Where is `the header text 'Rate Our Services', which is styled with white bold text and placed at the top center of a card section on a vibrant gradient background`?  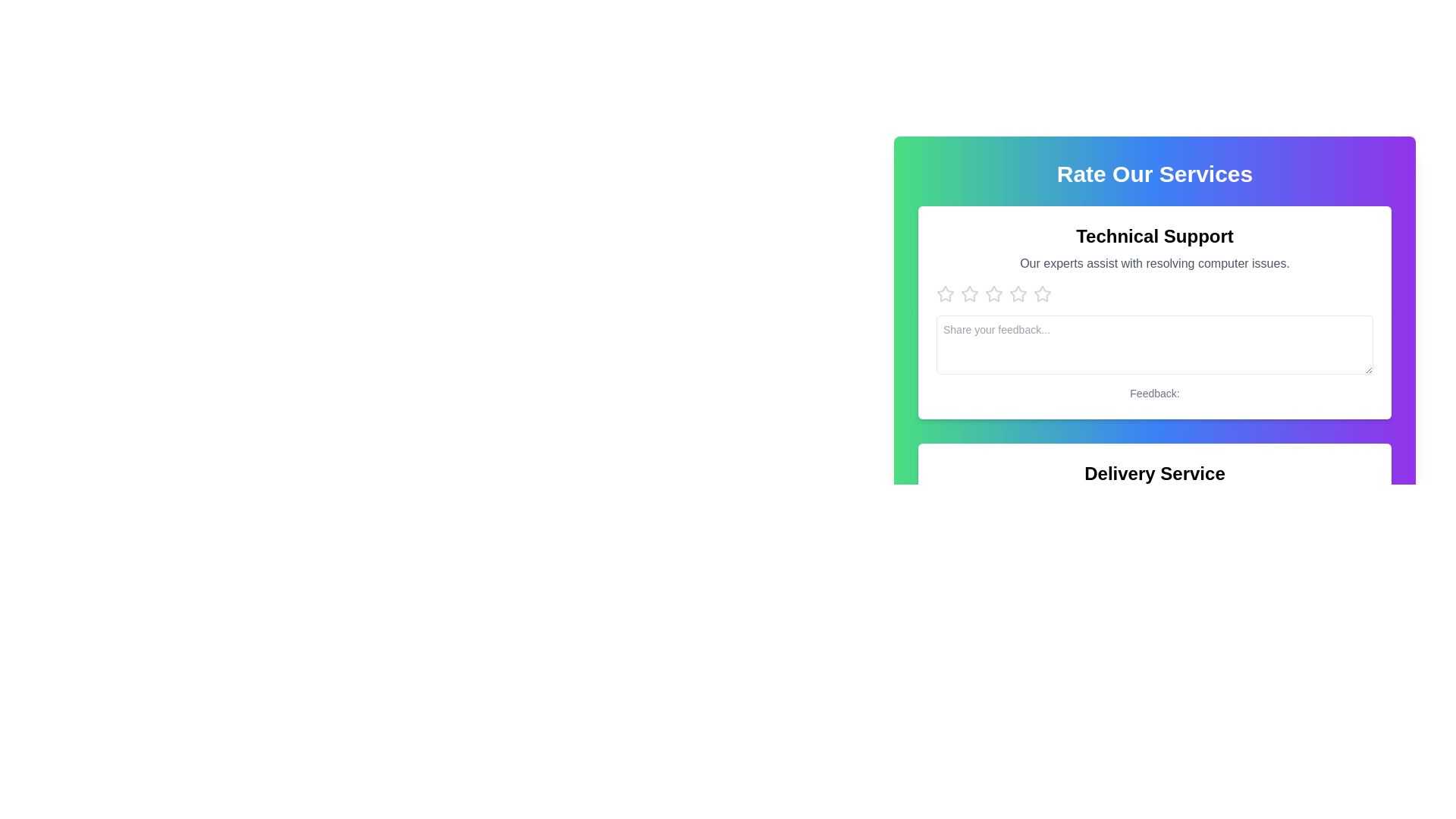
the header text 'Rate Our Services', which is styled with white bold text and placed at the top center of a card section on a vibrant gradient background is located at coordinates (1153, 174).